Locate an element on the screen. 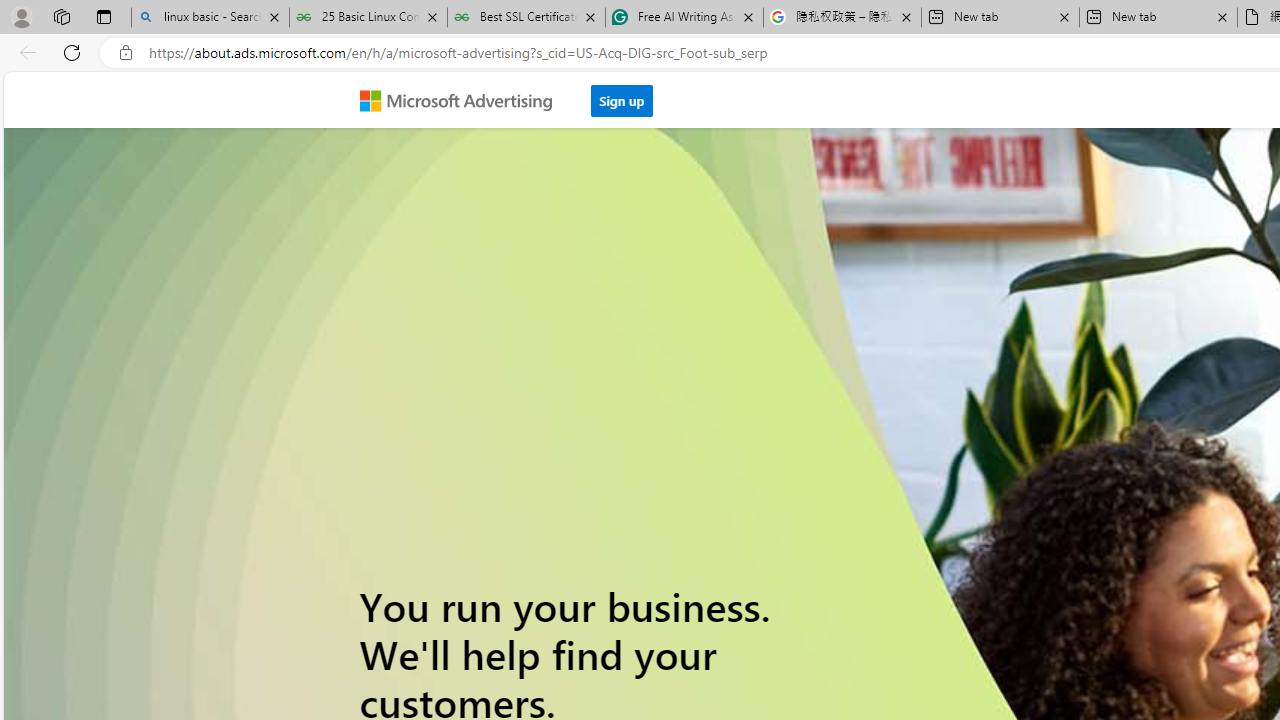  '25 Basic Linux Commands For Beginners - GeeksforGeeks' is located at coordinates (368, 17).